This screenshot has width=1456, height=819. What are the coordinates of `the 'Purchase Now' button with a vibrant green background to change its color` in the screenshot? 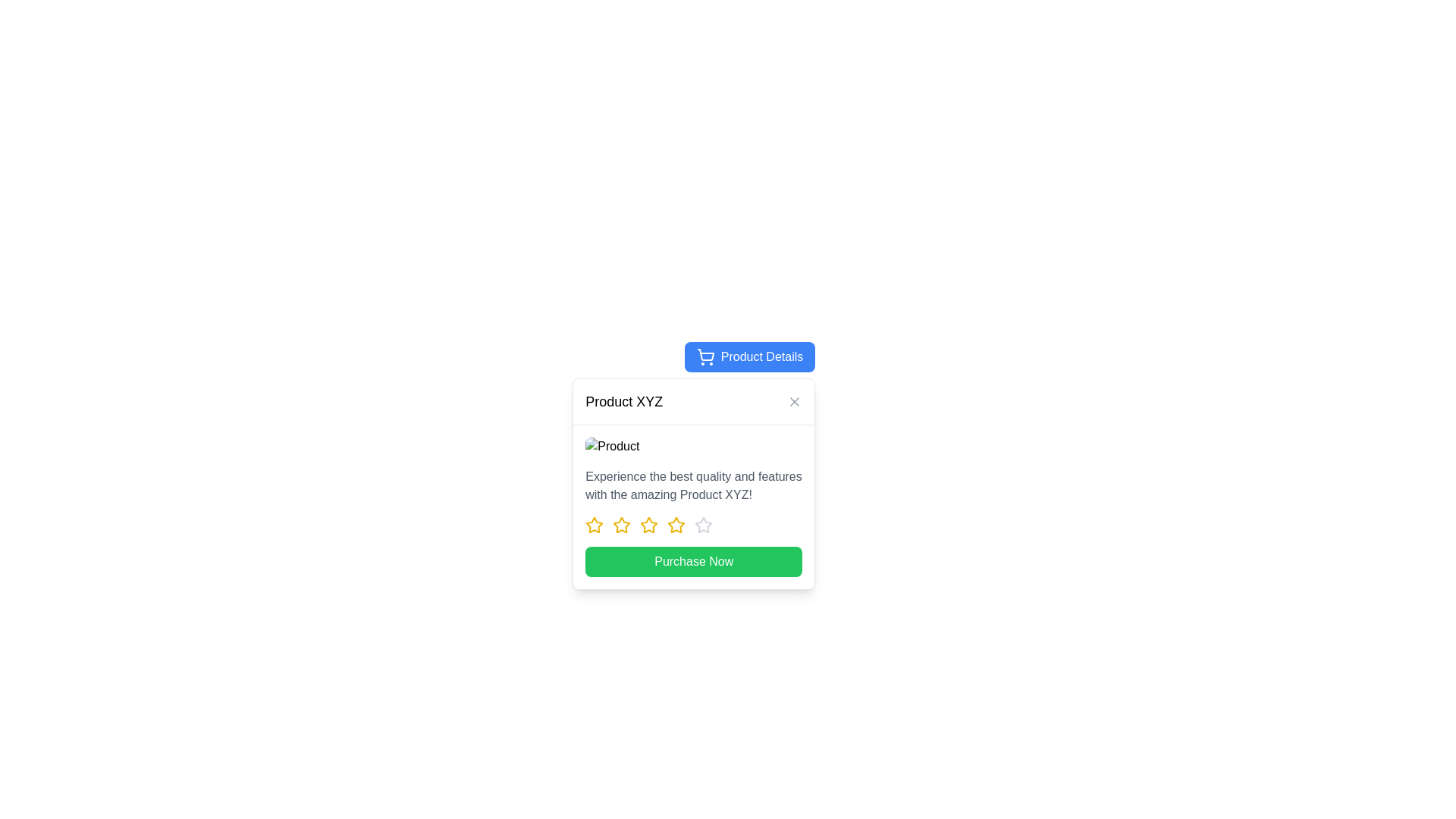 It's located at (693, 561).